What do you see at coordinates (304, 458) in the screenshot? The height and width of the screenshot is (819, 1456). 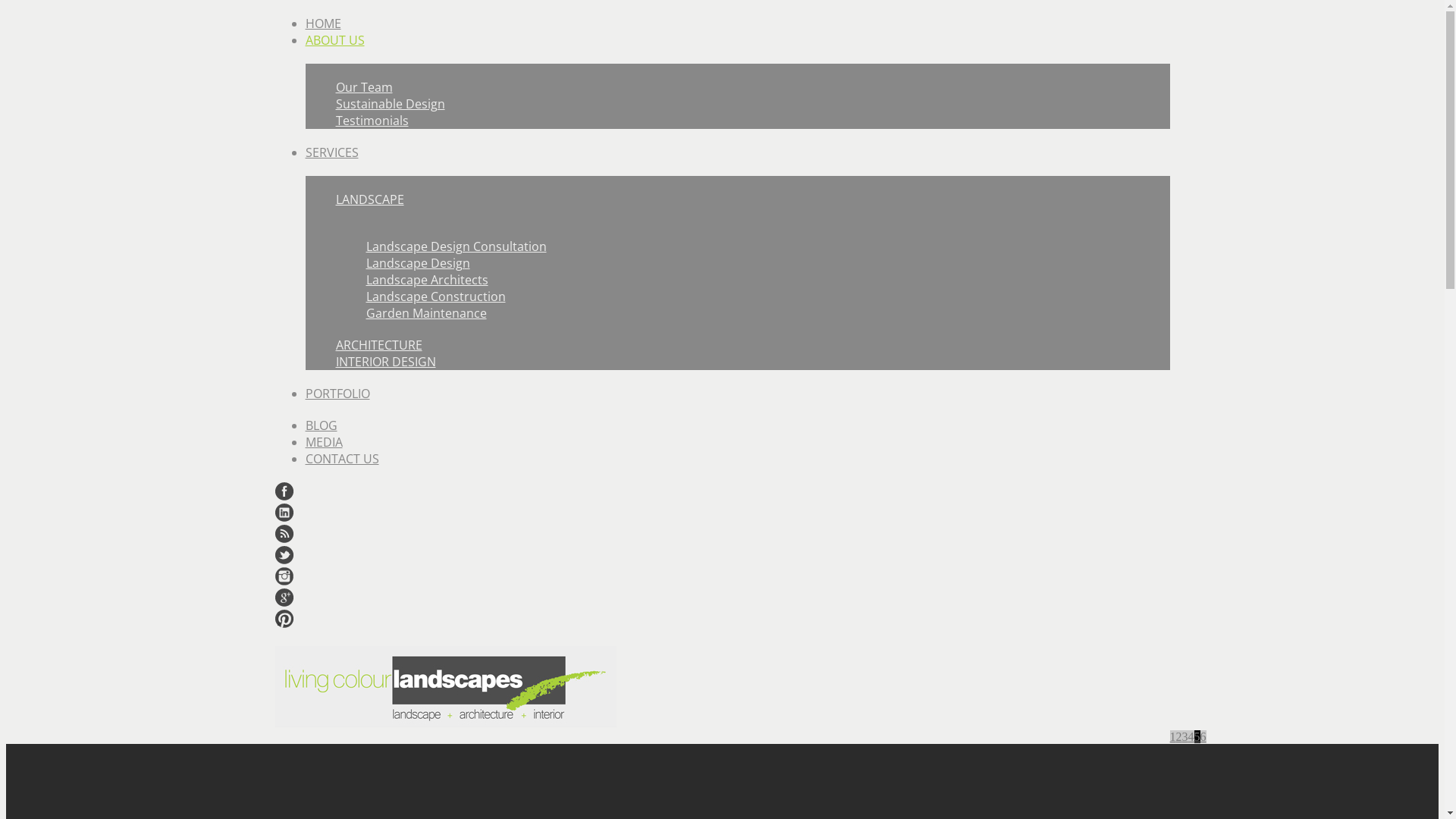 I see `'CONTACT US'` at bounding box center [304, 458].